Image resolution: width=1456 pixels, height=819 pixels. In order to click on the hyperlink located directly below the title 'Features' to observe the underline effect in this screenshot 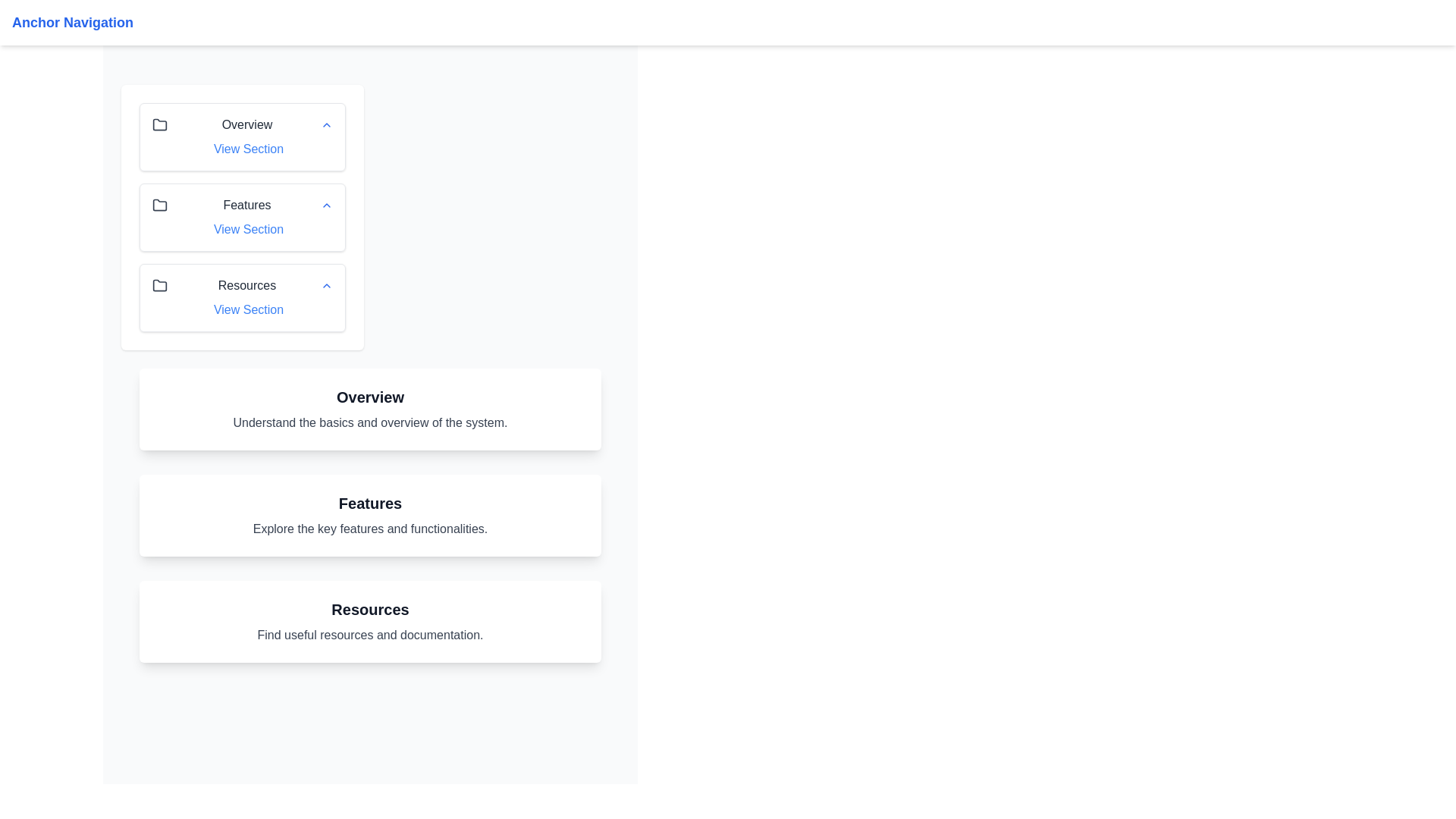, I will do `click(243, 230)`.